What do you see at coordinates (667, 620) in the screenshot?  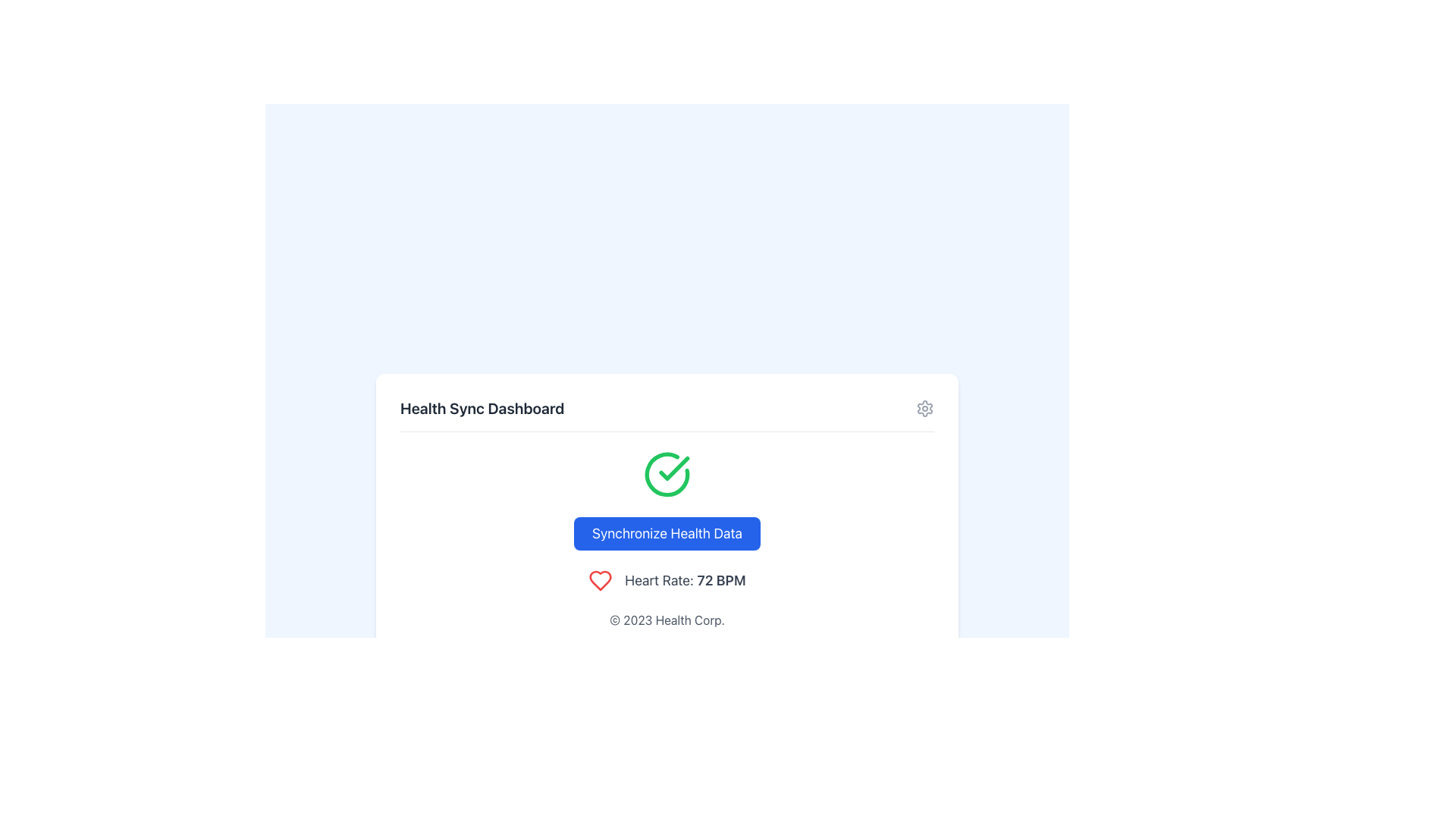 I see `the static text label displaying '© 2023 Health Corp.' which is centrally aligned in the footer section of the interface` at bounding box center [667, 620].